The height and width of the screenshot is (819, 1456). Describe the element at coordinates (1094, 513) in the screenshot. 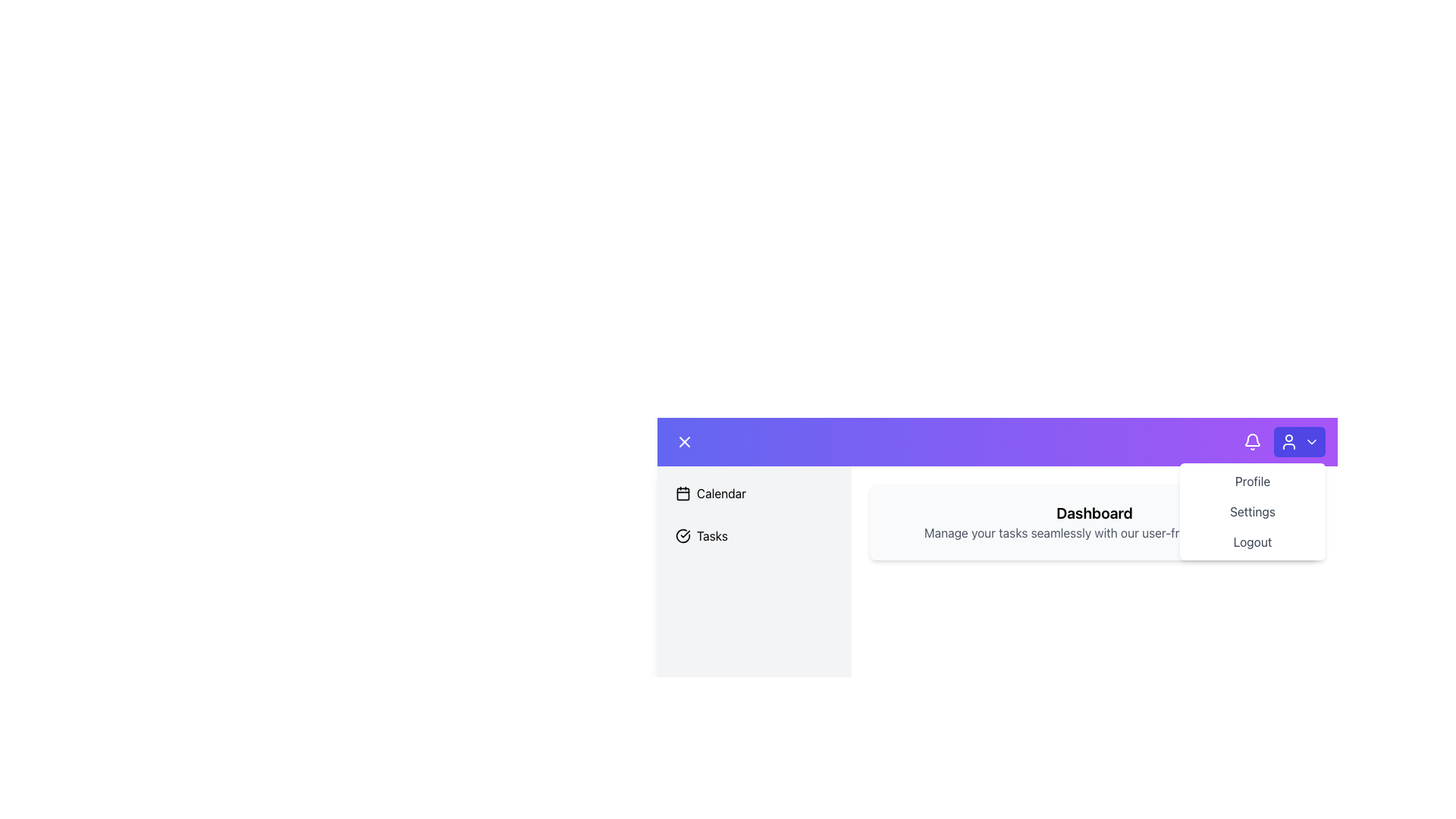

I see `the text label element which serves as a section title, positioned directly above the content that reads 'Manage your tasks seamlessly with our user-friendly platform.'` at that location.